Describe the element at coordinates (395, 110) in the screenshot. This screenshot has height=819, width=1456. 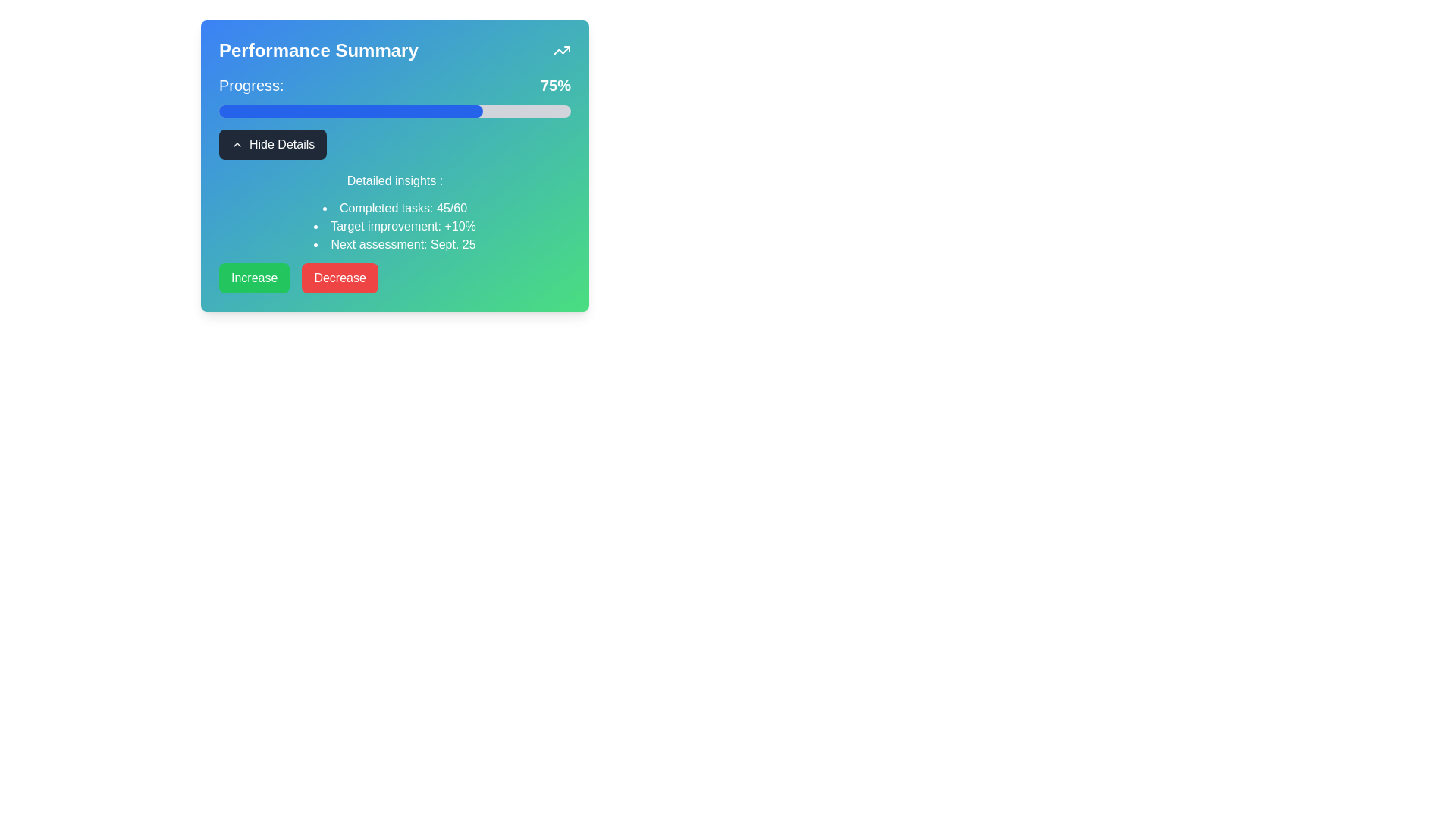
I see `the horizontal progress bar, which is styled with a light gray background and a blue filled section, located below the 'Progress: 75%' text within a gradient card` at that location.